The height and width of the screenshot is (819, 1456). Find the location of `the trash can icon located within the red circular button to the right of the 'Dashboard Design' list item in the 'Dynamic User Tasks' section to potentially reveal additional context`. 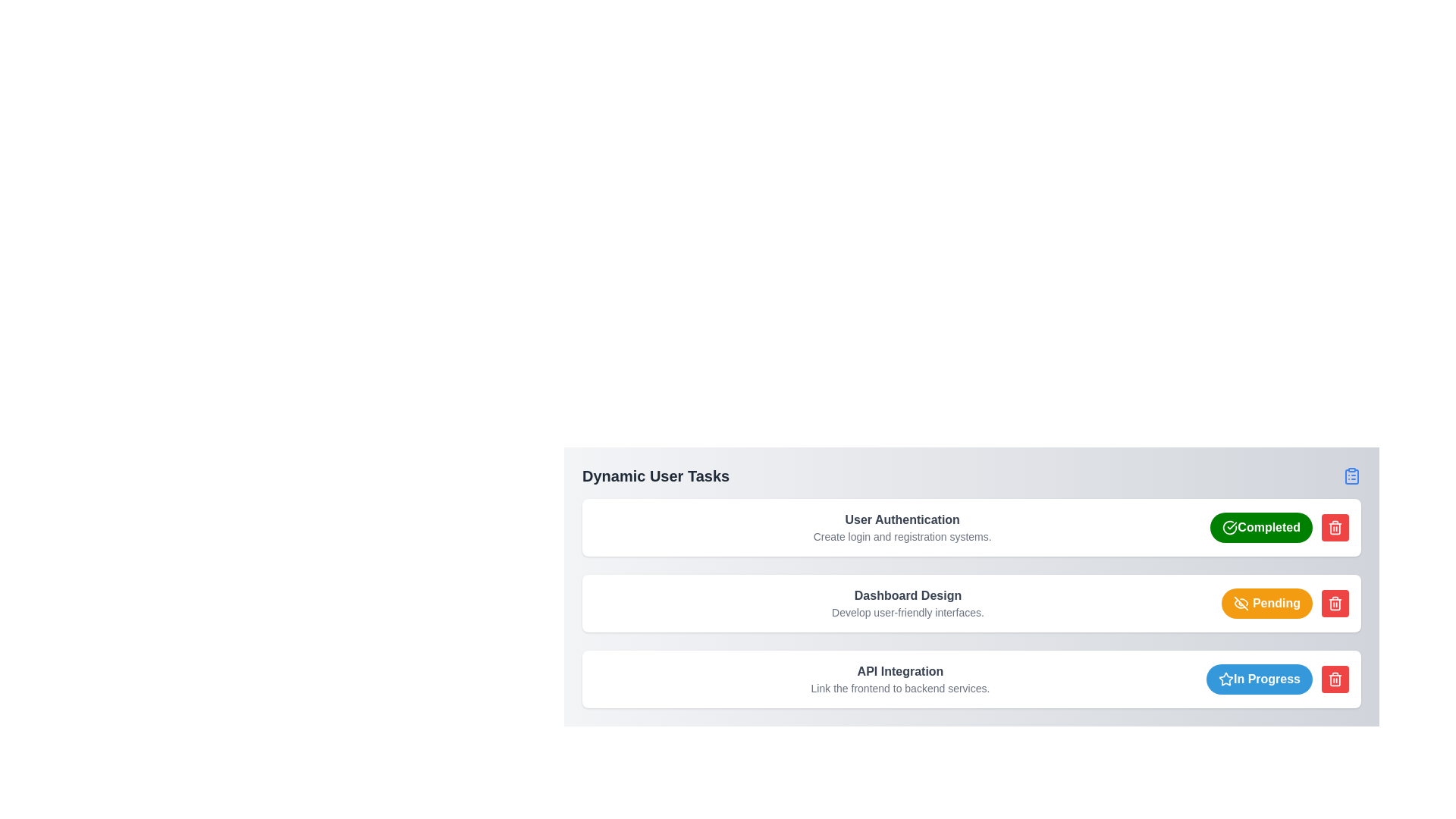

the trash can icon located within the red circular button to the right of the 'Dashboard Design' list item in the 'Dynamic User Tasks' section to potentially reveal additional context is located at coordinates (1335, 678).